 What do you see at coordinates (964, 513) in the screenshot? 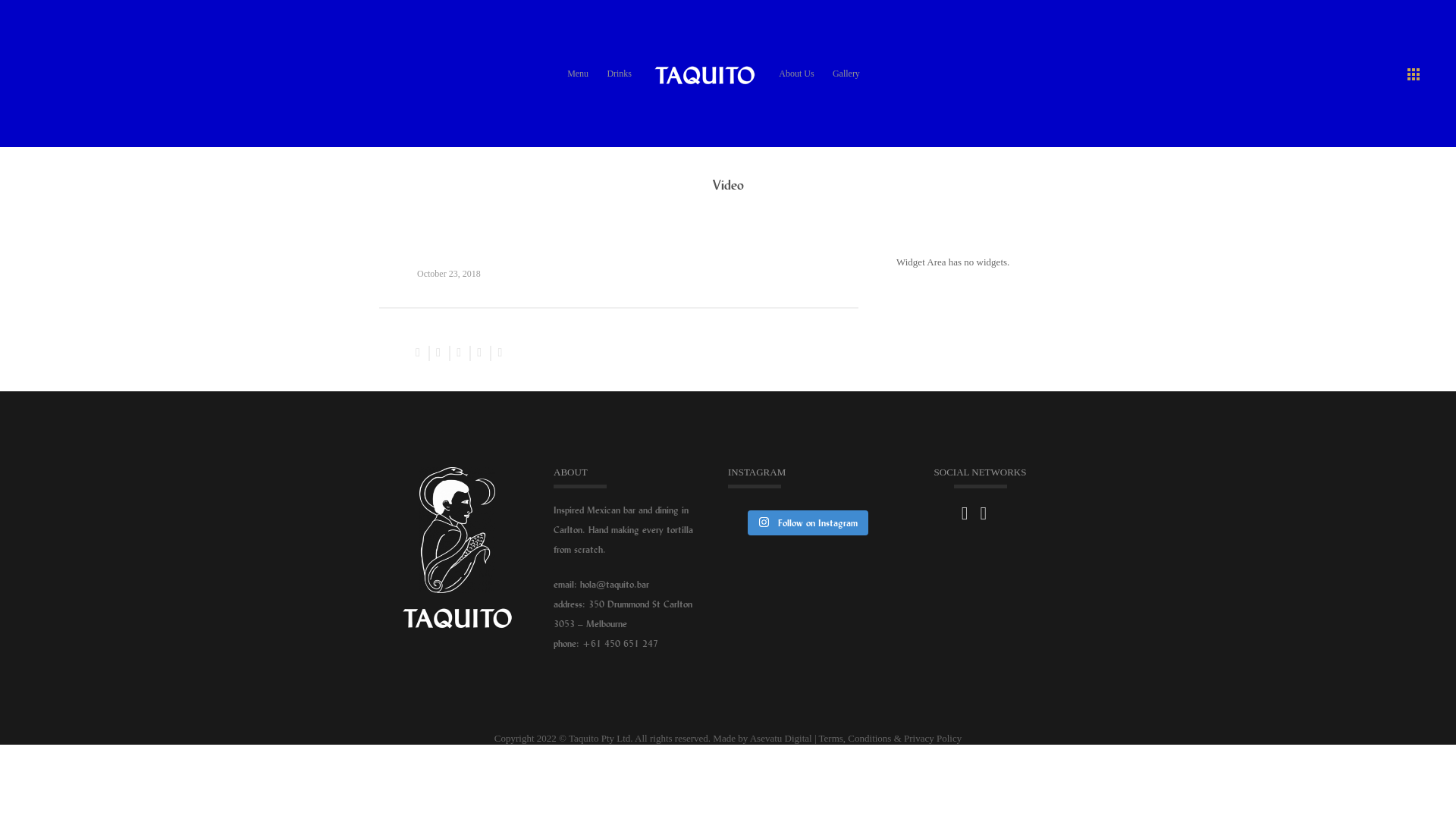
I see `'Follow Us on facebook'` at bounding box center [964, 513].